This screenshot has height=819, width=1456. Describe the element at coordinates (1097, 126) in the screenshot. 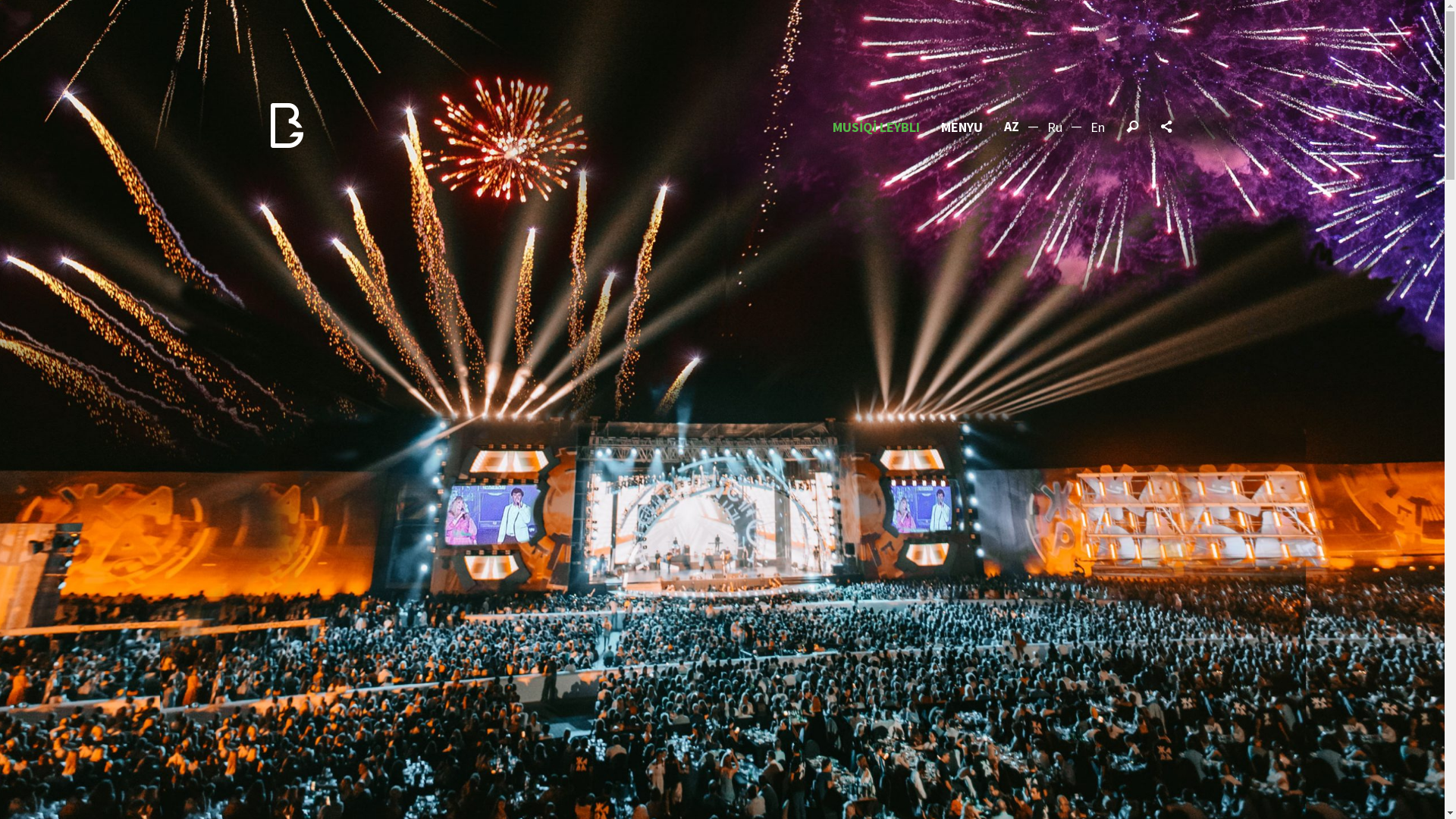

I see `'En'` at that location.